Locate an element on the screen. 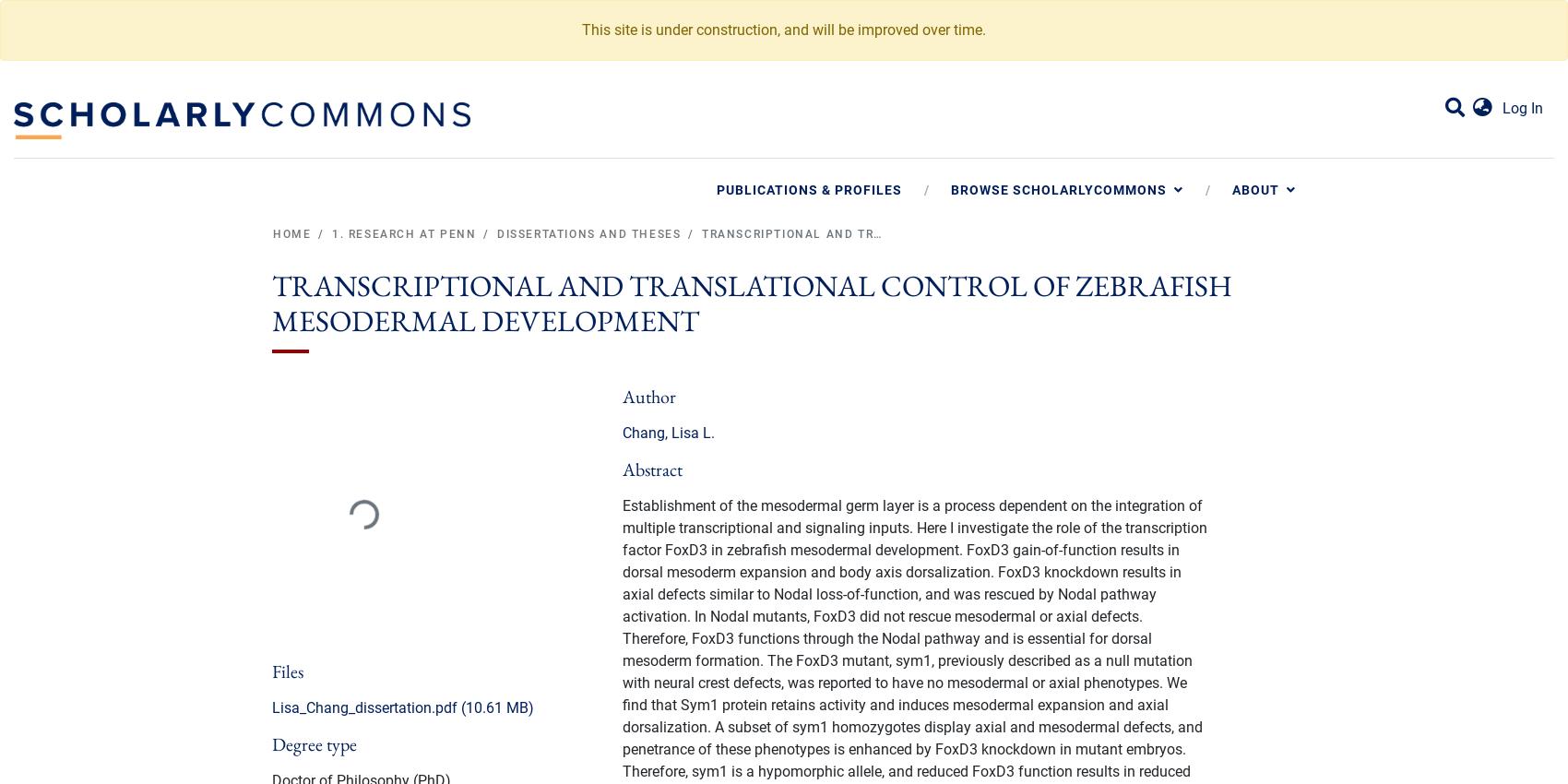 This screenshot has width=1568, height=784. 'Home' is located at coordinates (291, 232).